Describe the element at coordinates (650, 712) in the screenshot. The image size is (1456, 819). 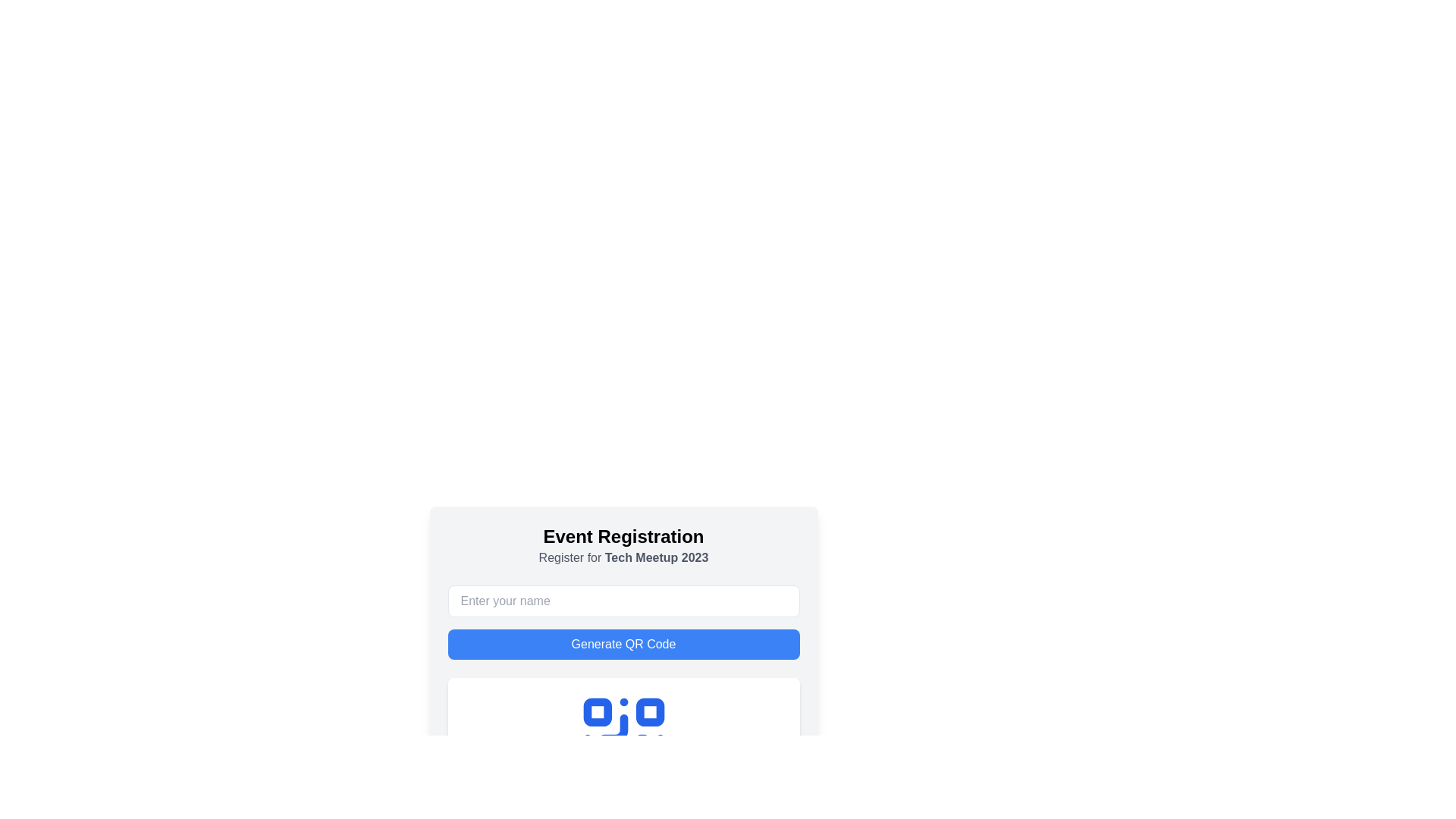
I see `the second small square from the left in the top row of the QR code pattern, which is a decorative graphic element contributing to the visual representation of the QR code` at that location.